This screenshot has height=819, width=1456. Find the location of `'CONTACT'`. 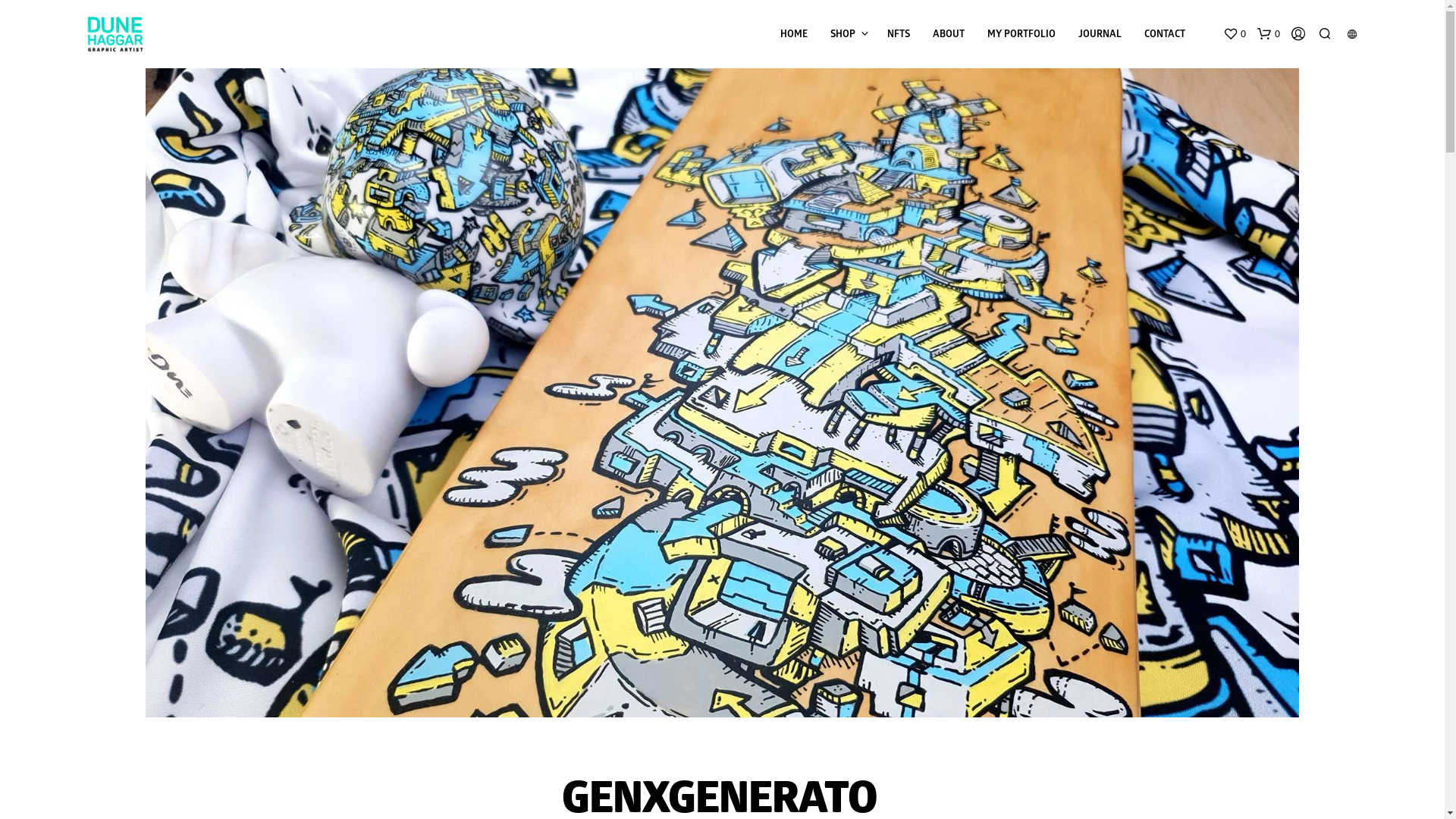

'CONTACT' is located at coordinates (1164, 34).